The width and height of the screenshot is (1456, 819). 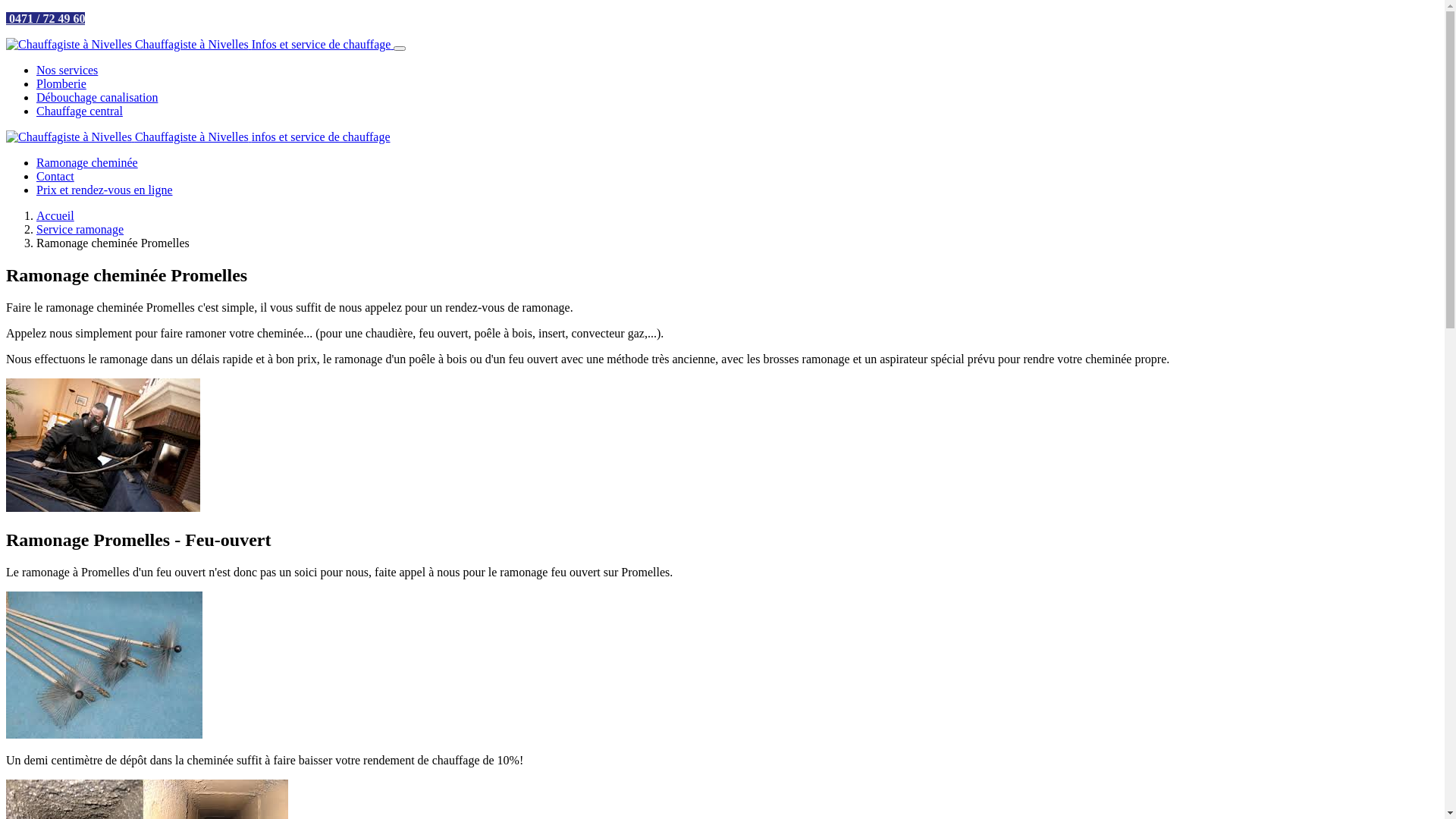 What do you see at coordinates (393, 48) in the screenshot?
I see `'BurgerMenu'` at bounding box center [393, 48].